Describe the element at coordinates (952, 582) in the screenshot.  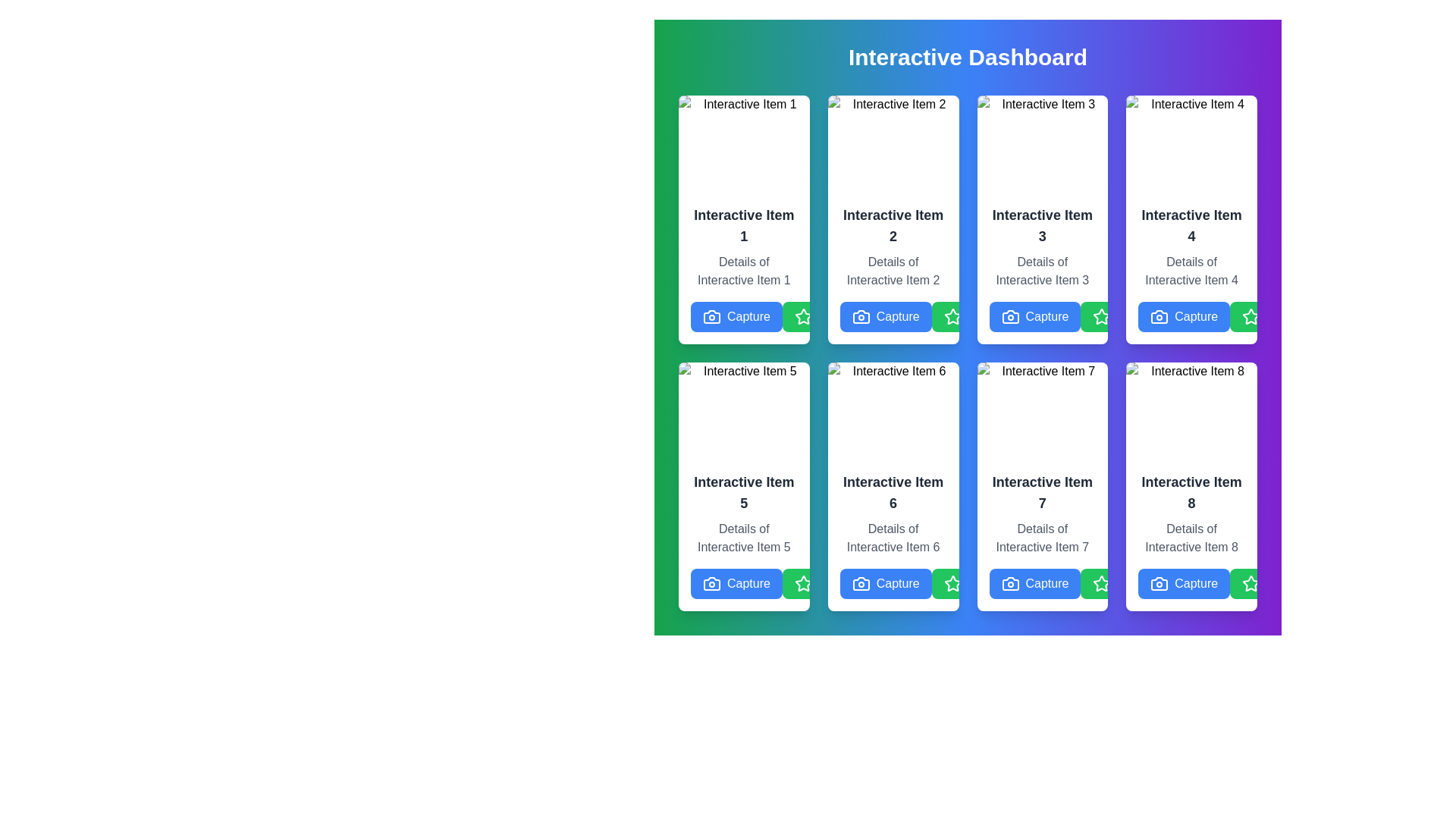
I see `the green-bordered star icon, which serves as a favorite indicator for the grid item labeled 'Interactive Item 6'` at that location.